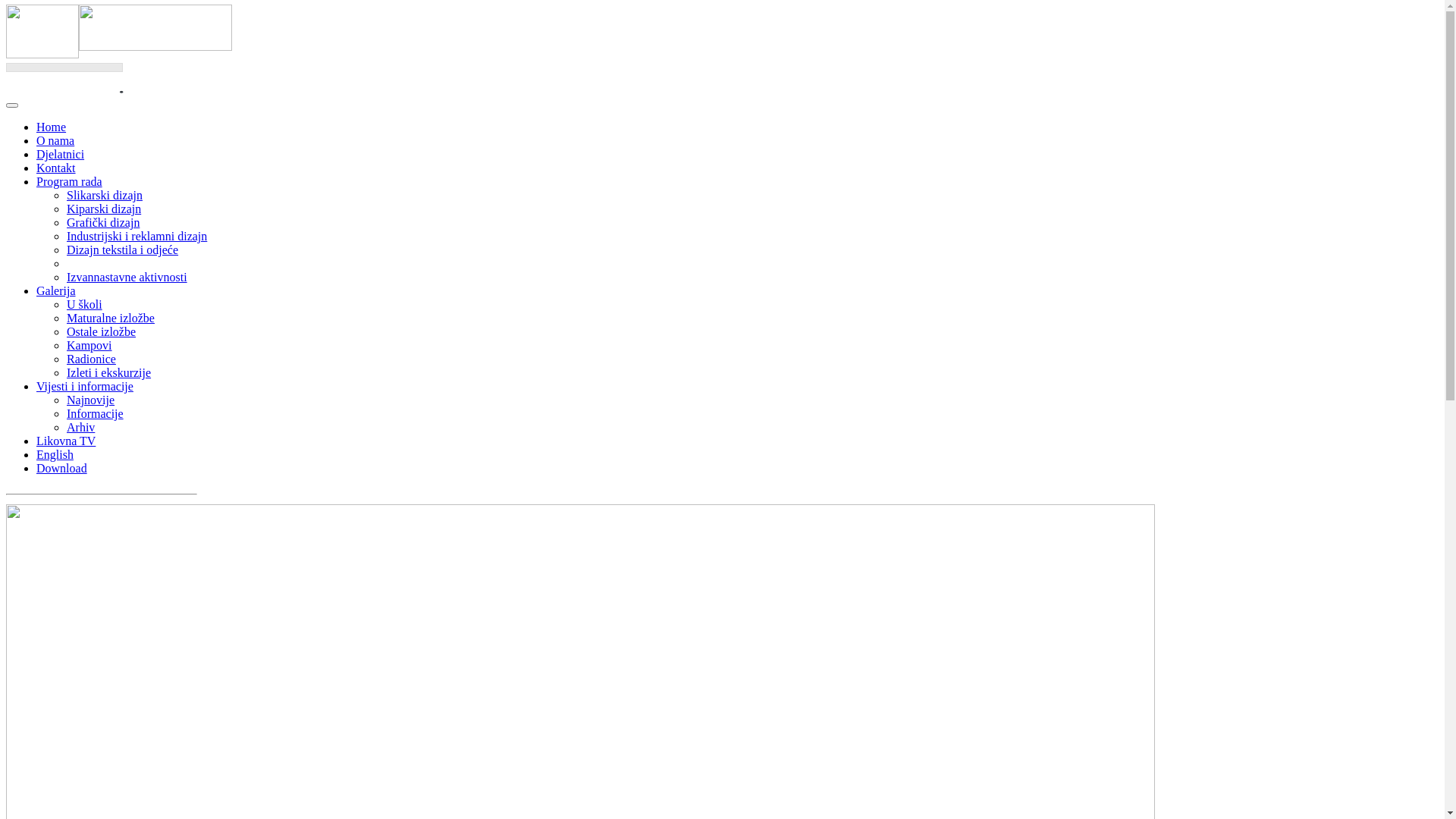  I want to click on 'Arhiv', so click(65, 427).